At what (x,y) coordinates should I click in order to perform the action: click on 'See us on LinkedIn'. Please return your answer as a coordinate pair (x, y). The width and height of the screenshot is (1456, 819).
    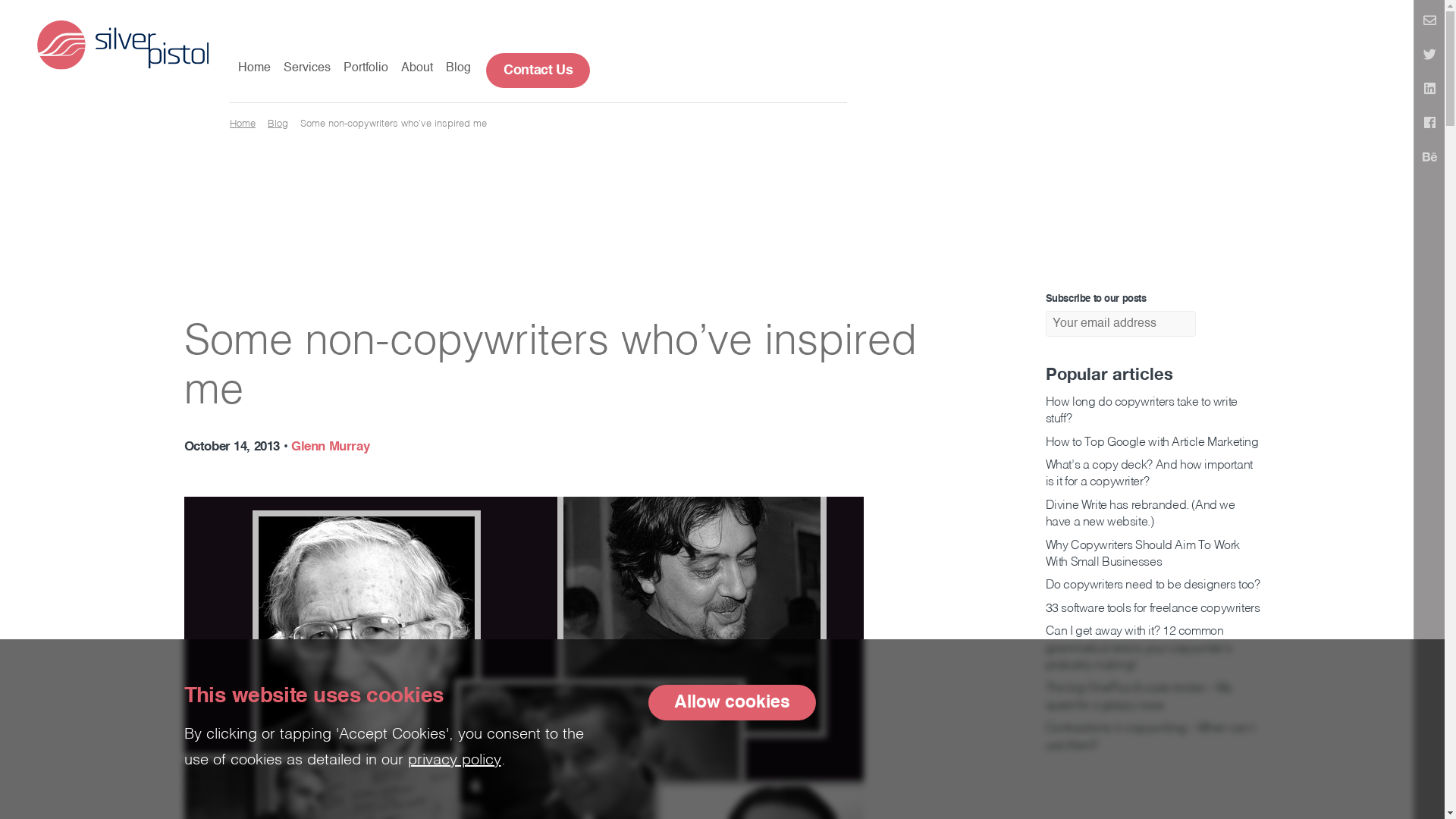
    Looking at the image, I should click on (1429, 90).